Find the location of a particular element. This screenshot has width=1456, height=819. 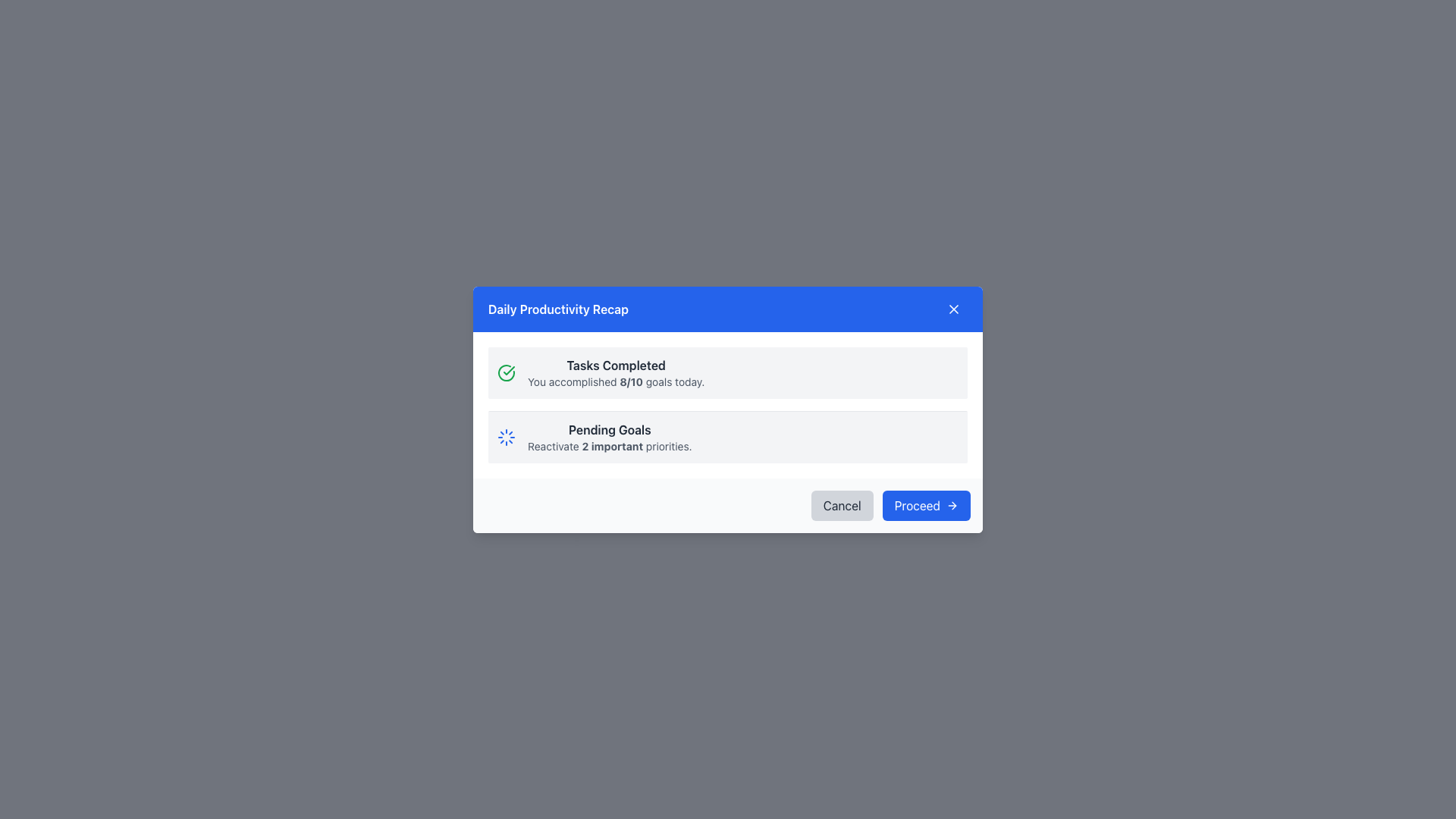

the loading indicator icon located at the top-left of the 'Pending Goals' section, which is positioned below the 'Tasks Completed' row is located at coordinates (506, 436).